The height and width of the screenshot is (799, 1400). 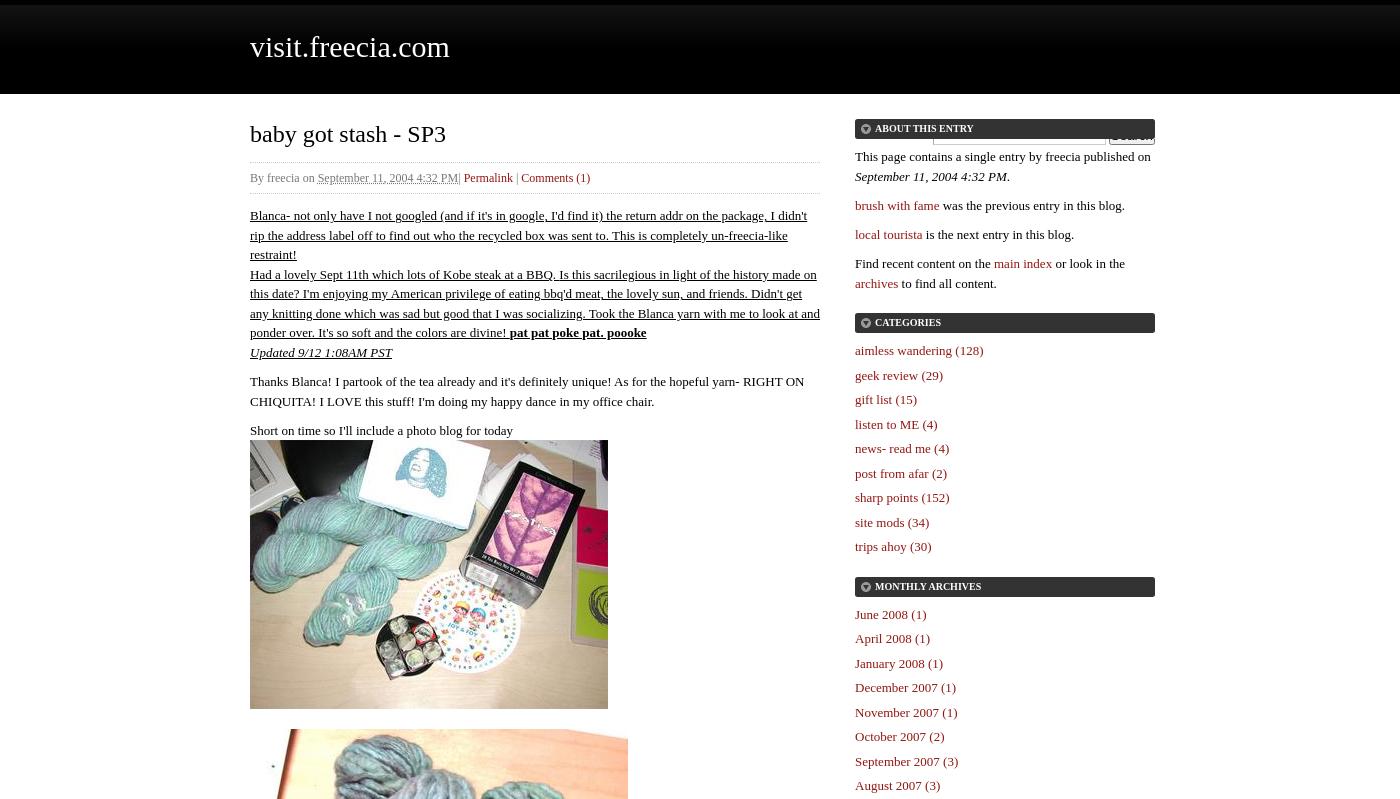 I want to click on 'is the next entry in this blog.', so click(x=998, y=233).